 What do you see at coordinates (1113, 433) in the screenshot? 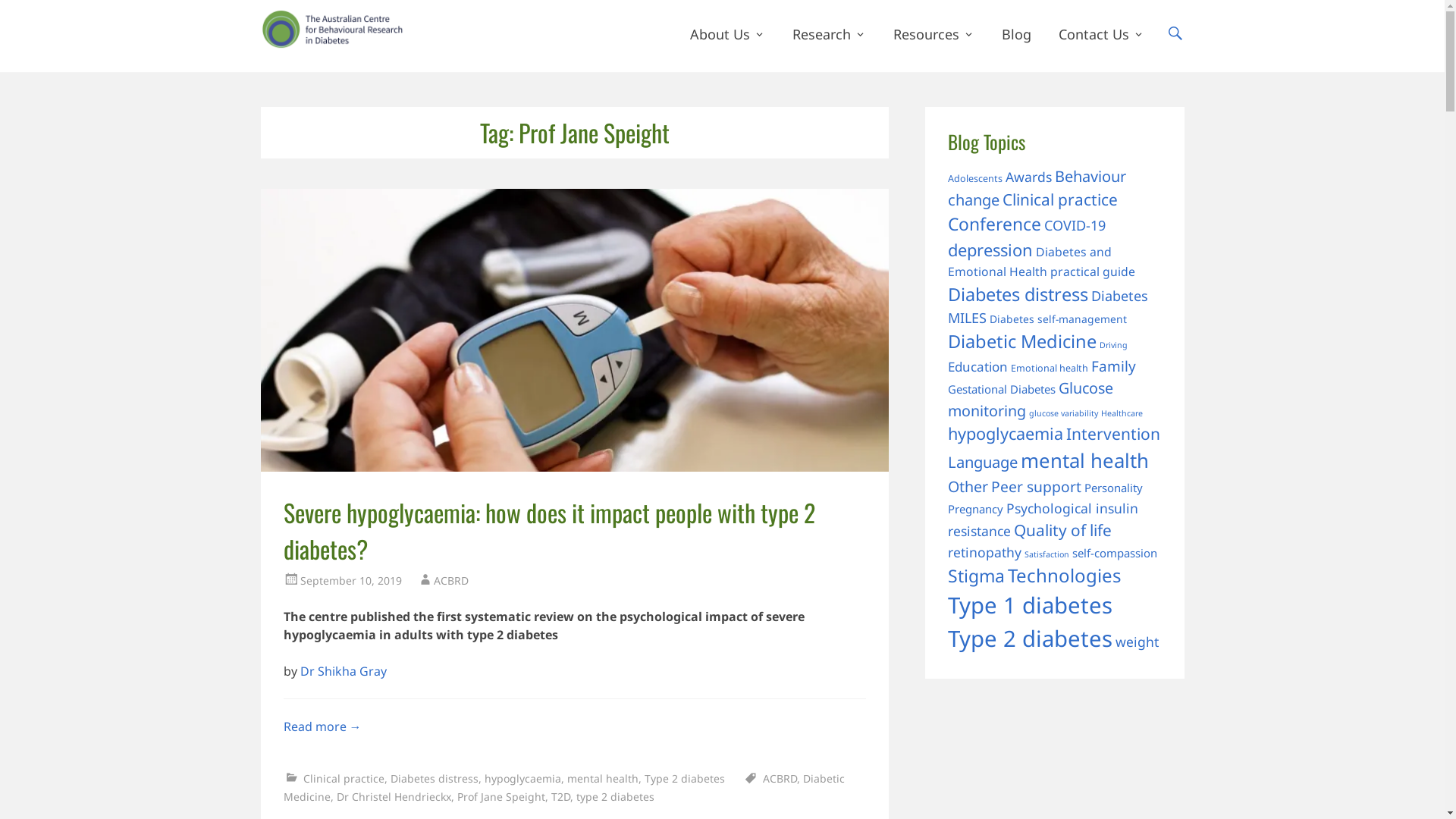
I see `'Intervention'` at bounding box center [1113, 433].